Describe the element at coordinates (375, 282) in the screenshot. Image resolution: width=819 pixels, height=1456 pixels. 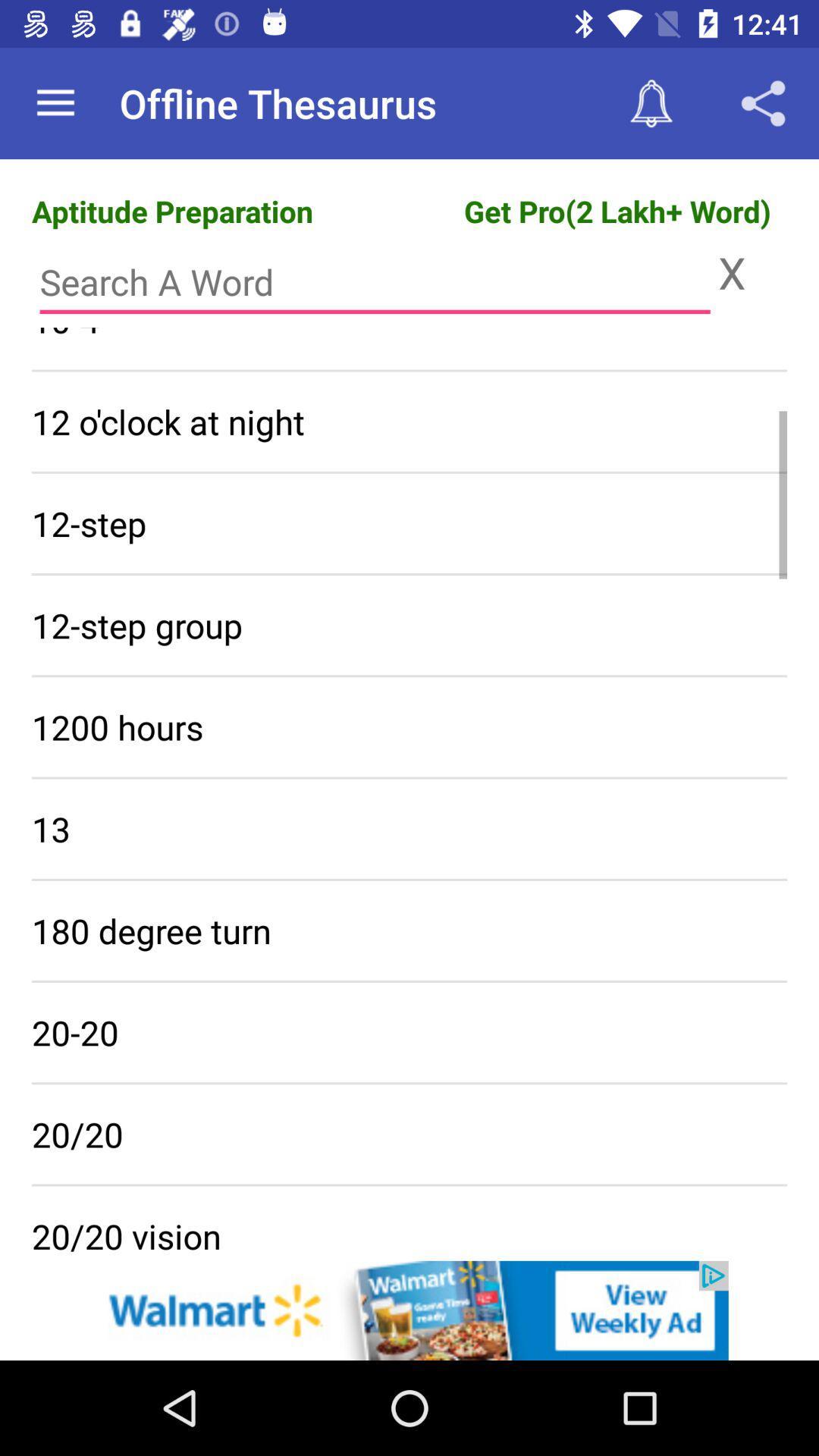
I see `search` at that location.